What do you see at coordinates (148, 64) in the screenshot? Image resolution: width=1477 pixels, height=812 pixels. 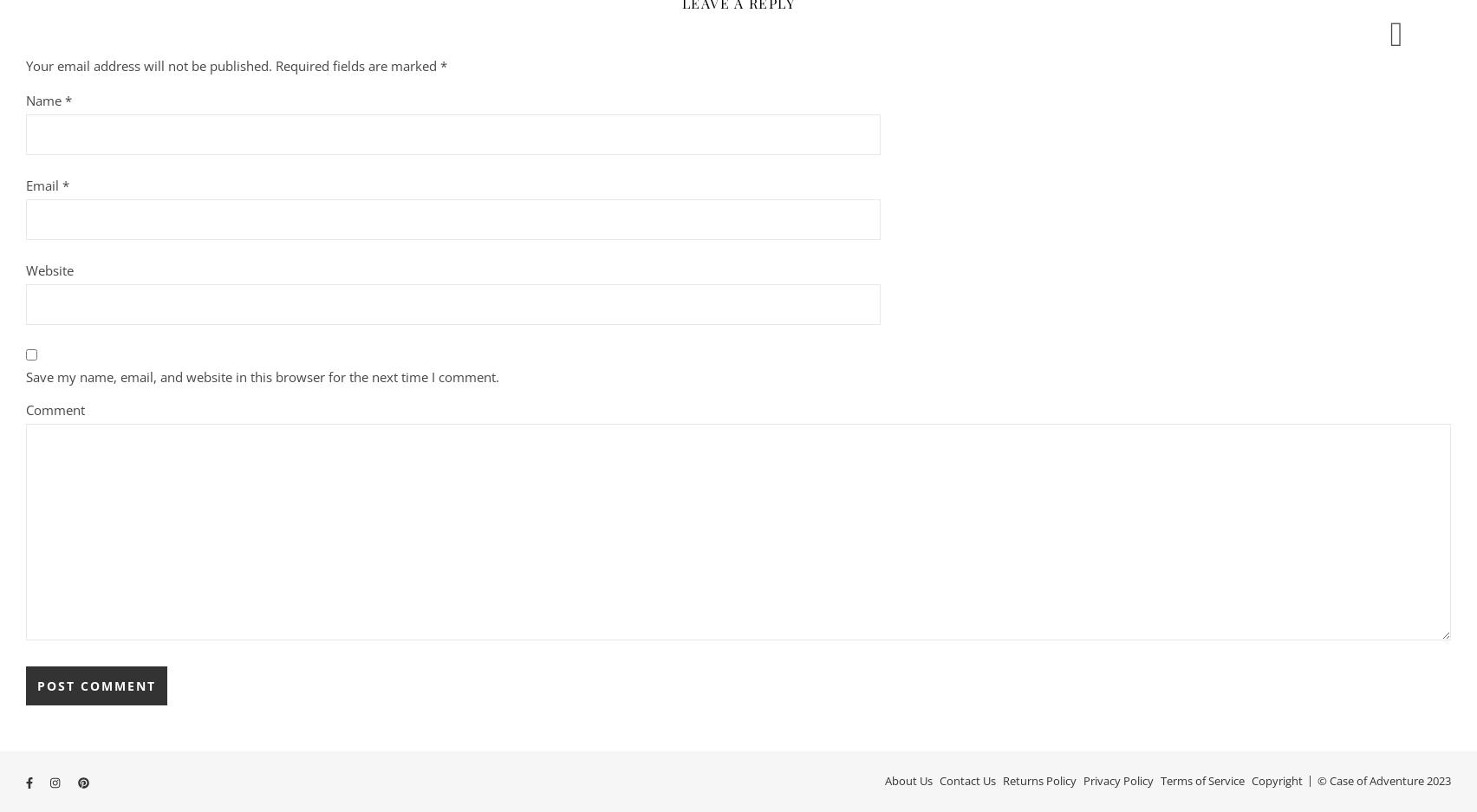 I see `'Your email address will not be published.'` at bounding box center [148, 64].